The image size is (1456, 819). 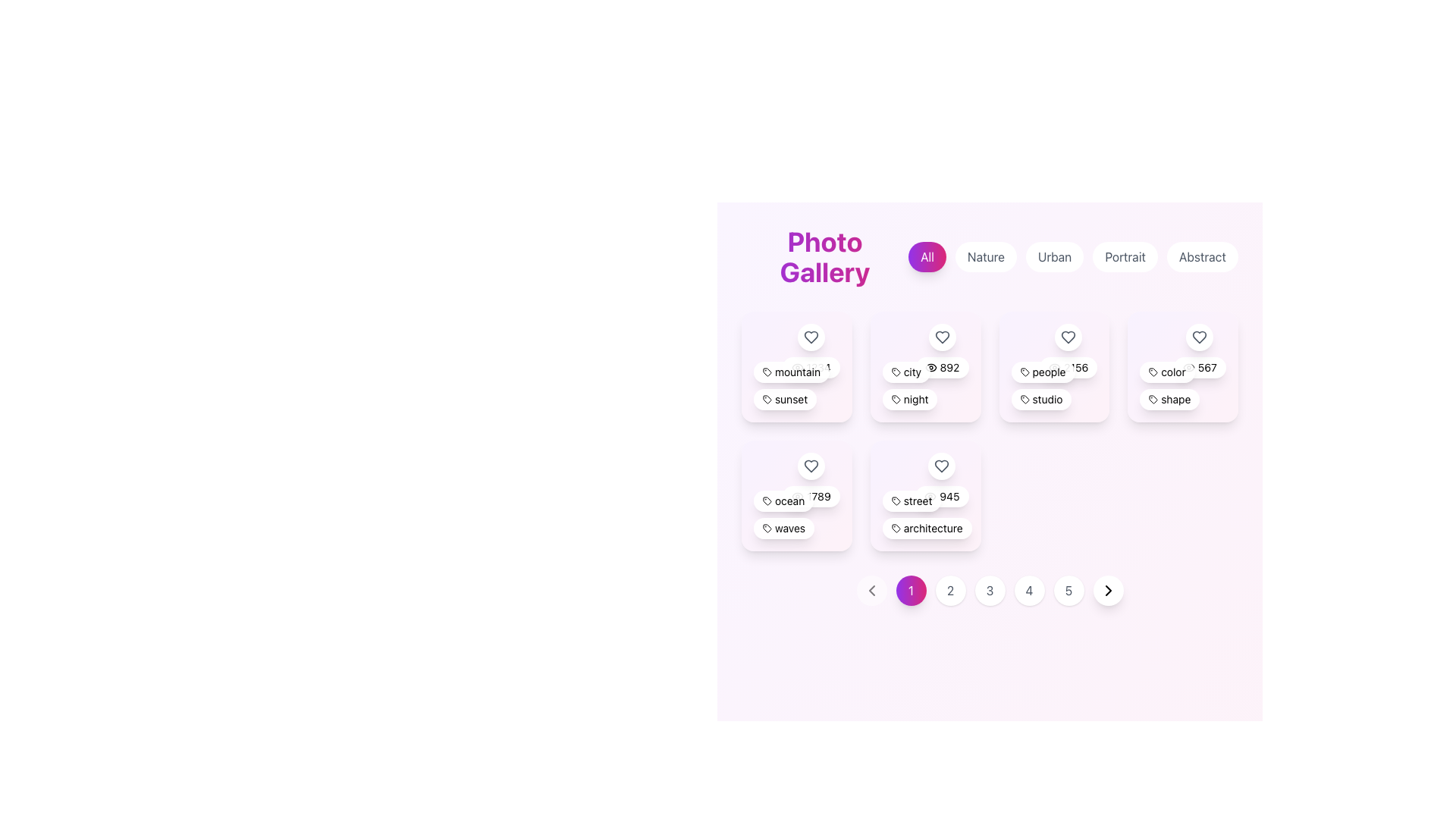 I want to click on the tag icon located in the fourth card of the first row in the card grid layout, which visually represents a tag or label associated with the card's content, so click(x=1153, y=372).